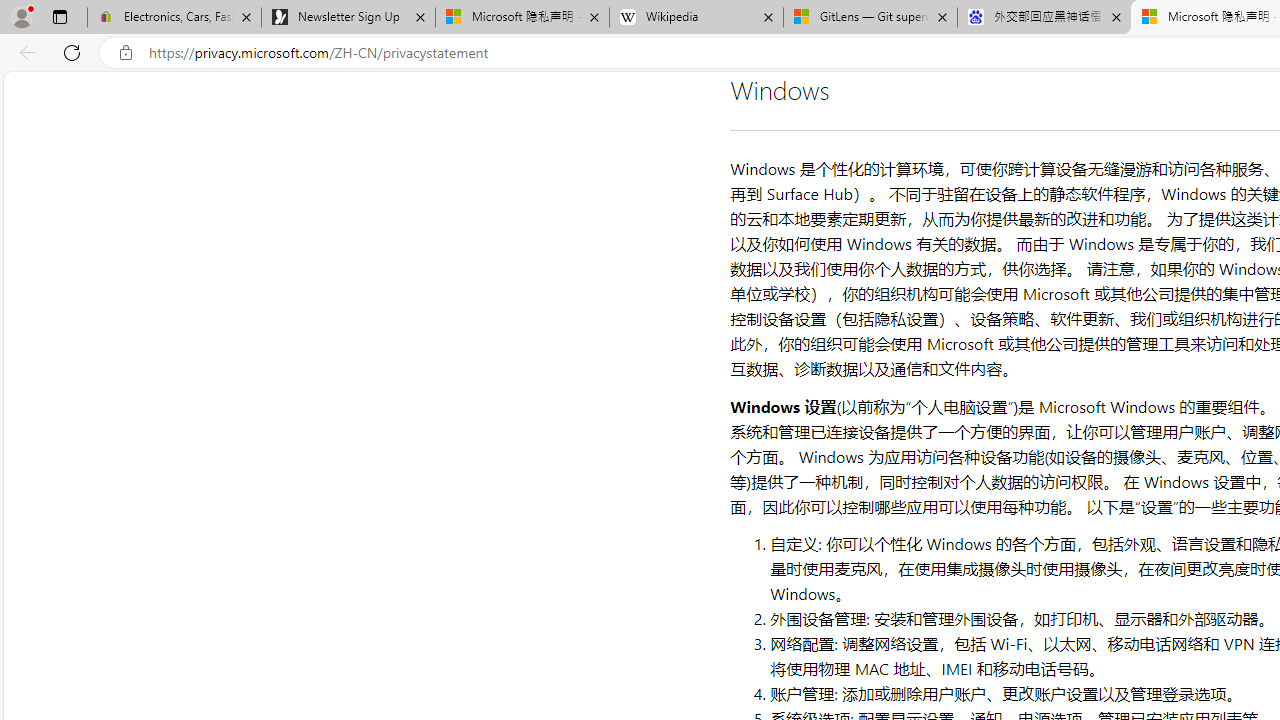  What do you see at coordinates (348, 17) in the screenshot?
I see `'Newsletter Sign Up'` at bounding box center [348, 17].